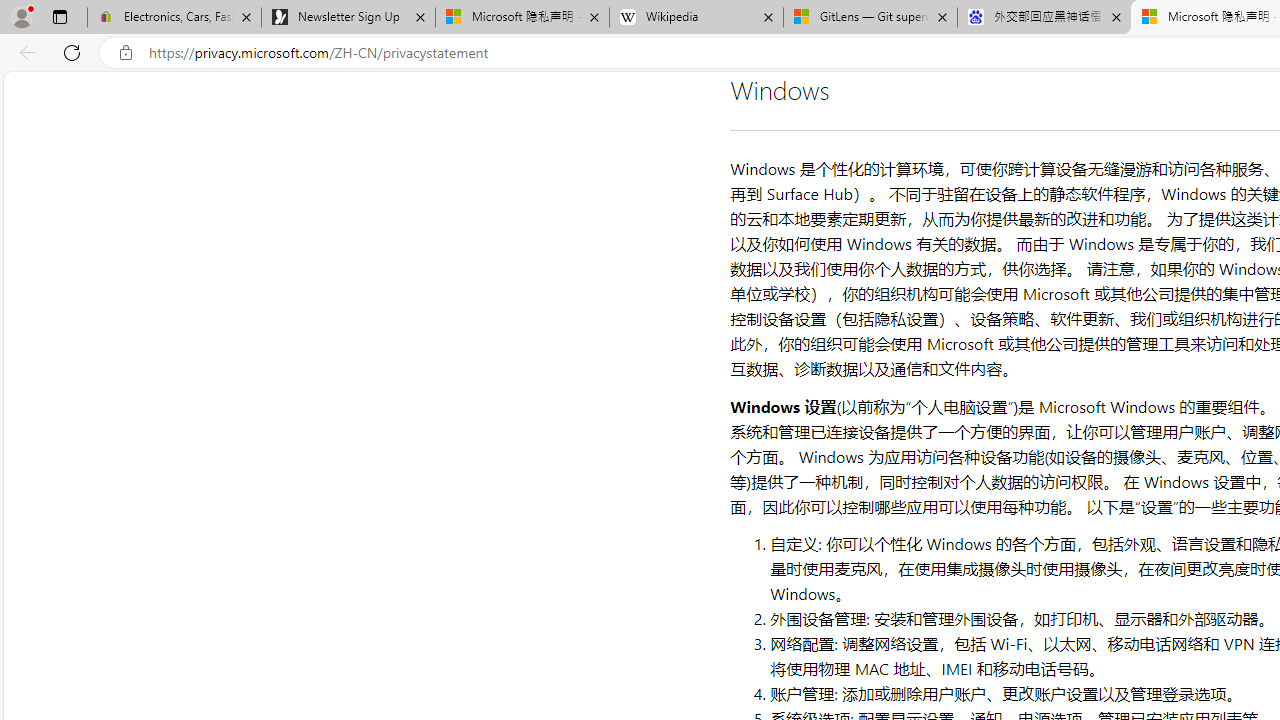  What do you see at coordinates (348, 17) in the screenshot?
I see `'Newsletter Sign Up'` at bounding box center [348, 17].